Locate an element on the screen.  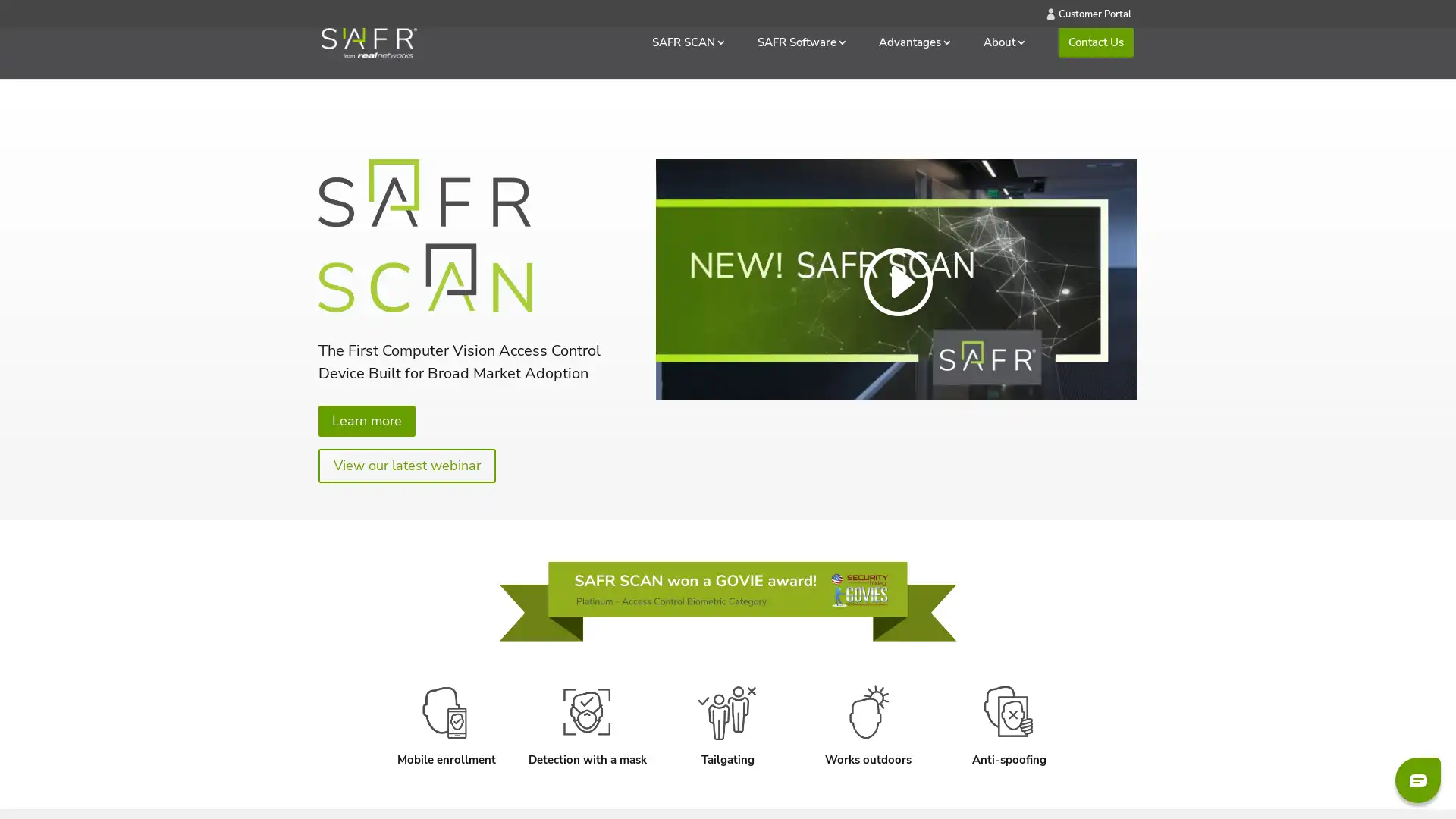
enter full screen is located at coordinates (1081, 362).